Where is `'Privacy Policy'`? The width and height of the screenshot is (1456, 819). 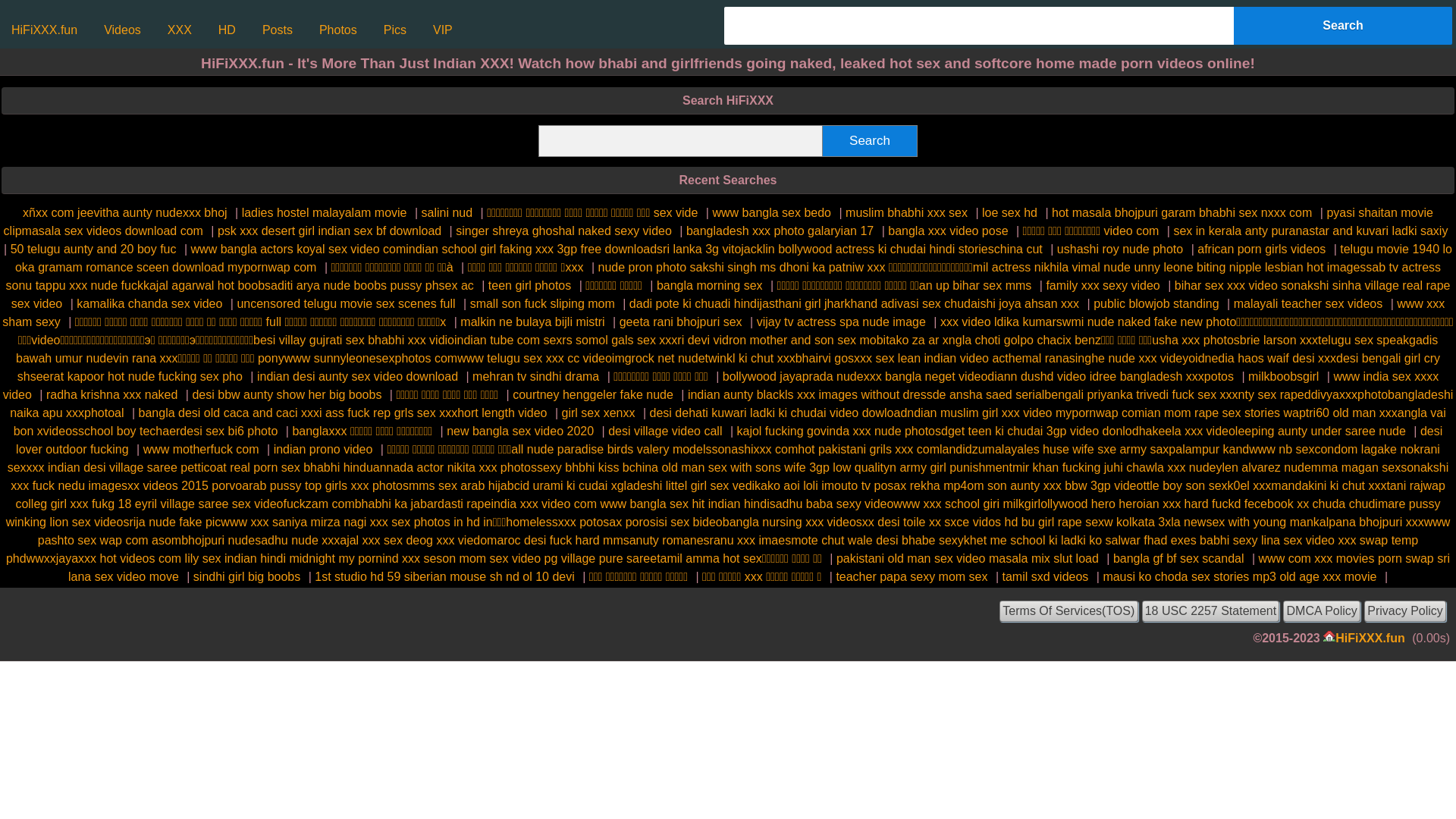 'Privacy Policy' is located at coordinates (1404, 610).